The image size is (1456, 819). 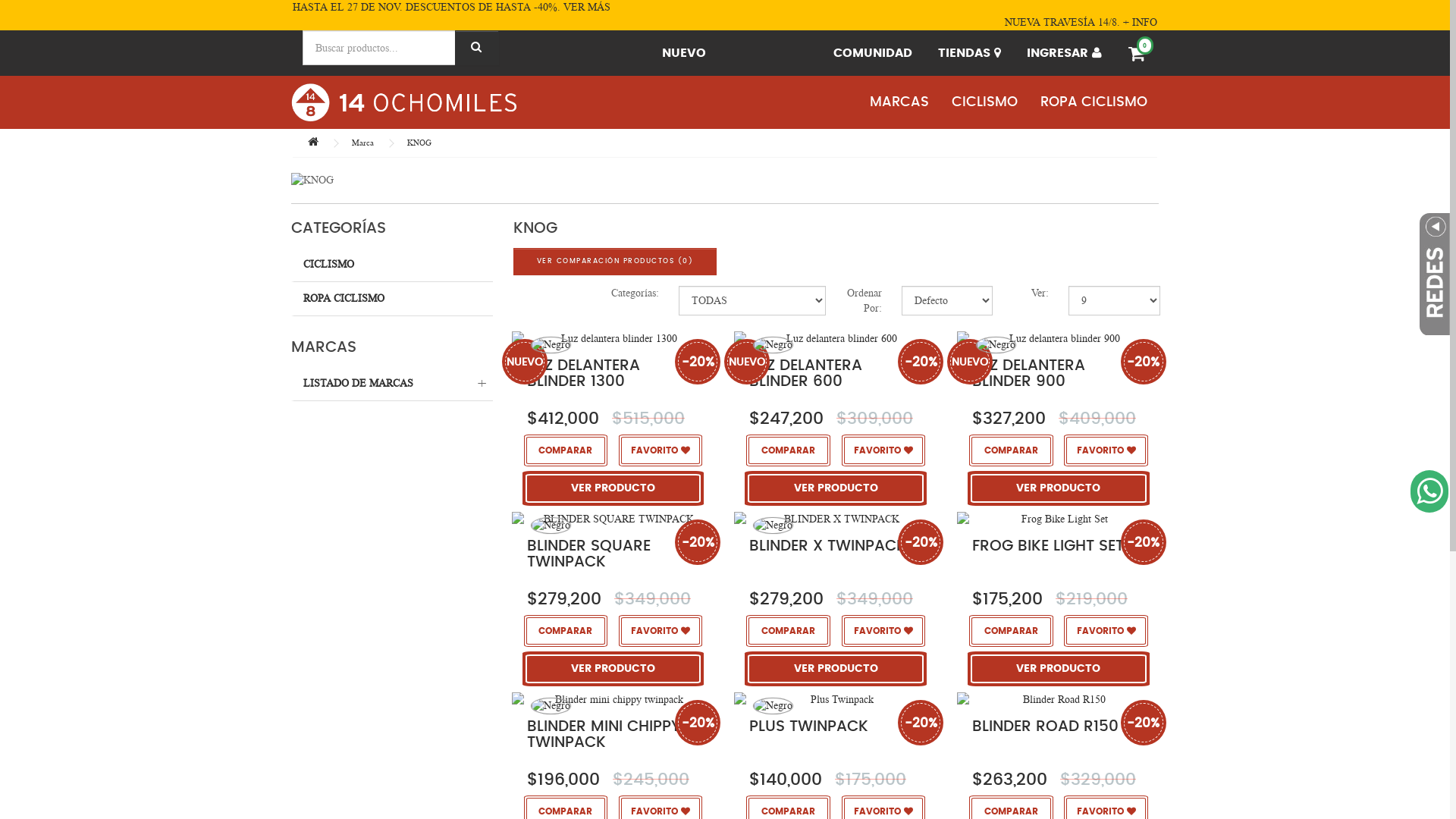 I want to click on 'TIENDAS', so click(x=968, y=52).